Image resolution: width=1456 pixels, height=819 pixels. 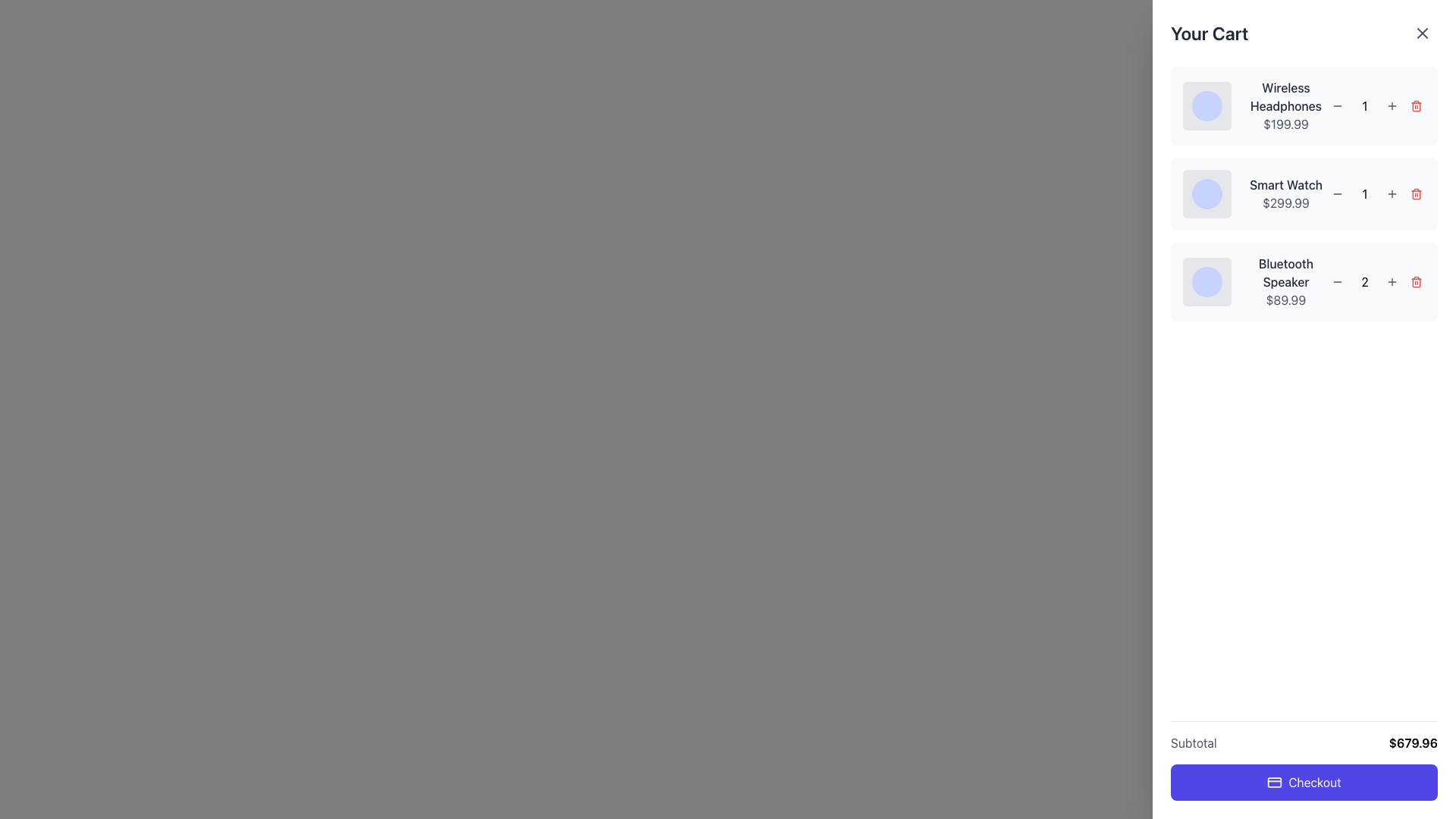 What do you see at coordinates (1303, 783) in the screenshot?
I see `the primary action button located at the bottom right of the panel, just below the 'Subtotal' label, to observe its hover styling` at bounding box center [1303, 783].